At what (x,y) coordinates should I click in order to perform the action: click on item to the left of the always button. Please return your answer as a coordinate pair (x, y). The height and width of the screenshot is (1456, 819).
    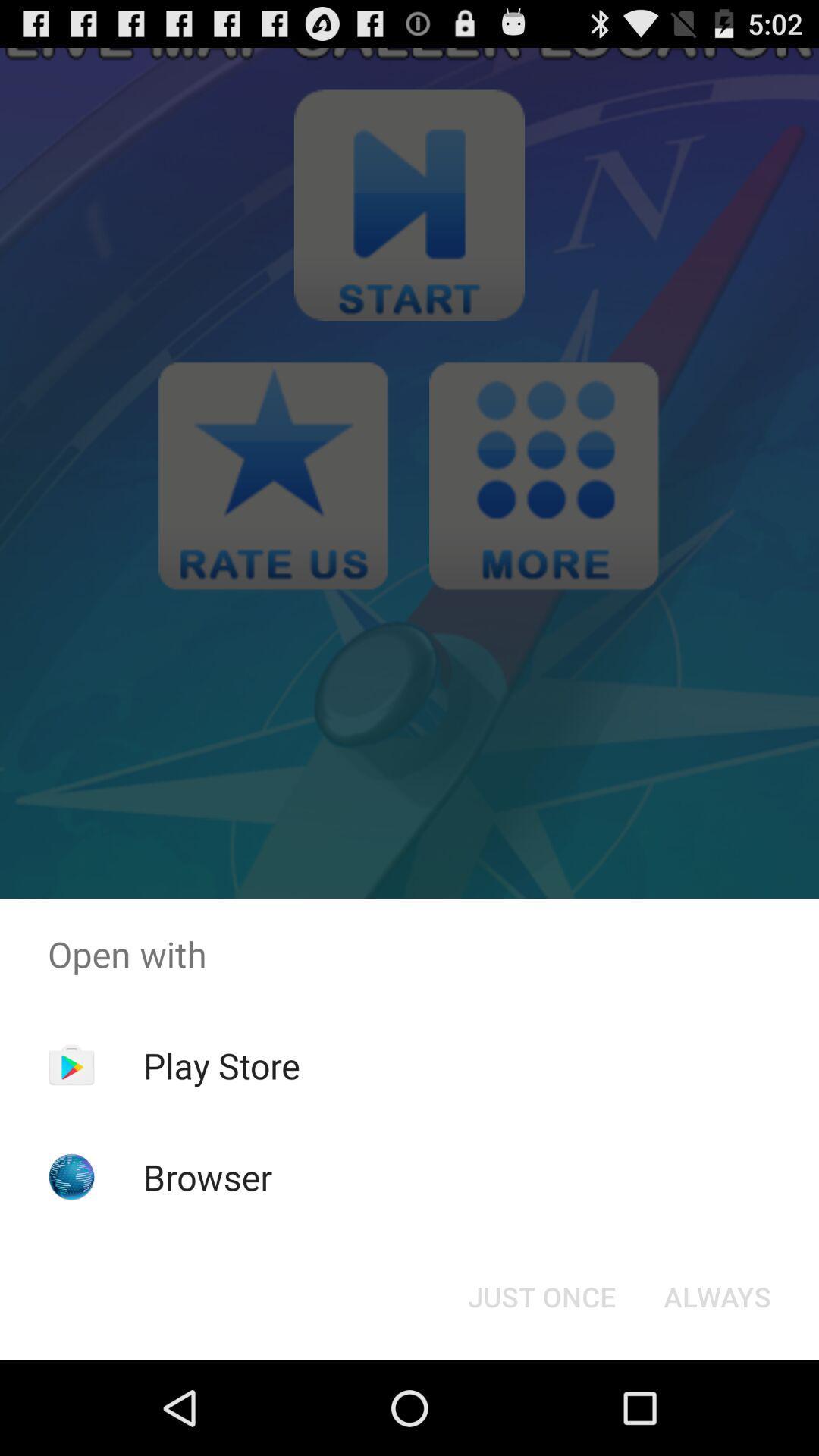
    Looking at the image, I should click on (541, 1295).